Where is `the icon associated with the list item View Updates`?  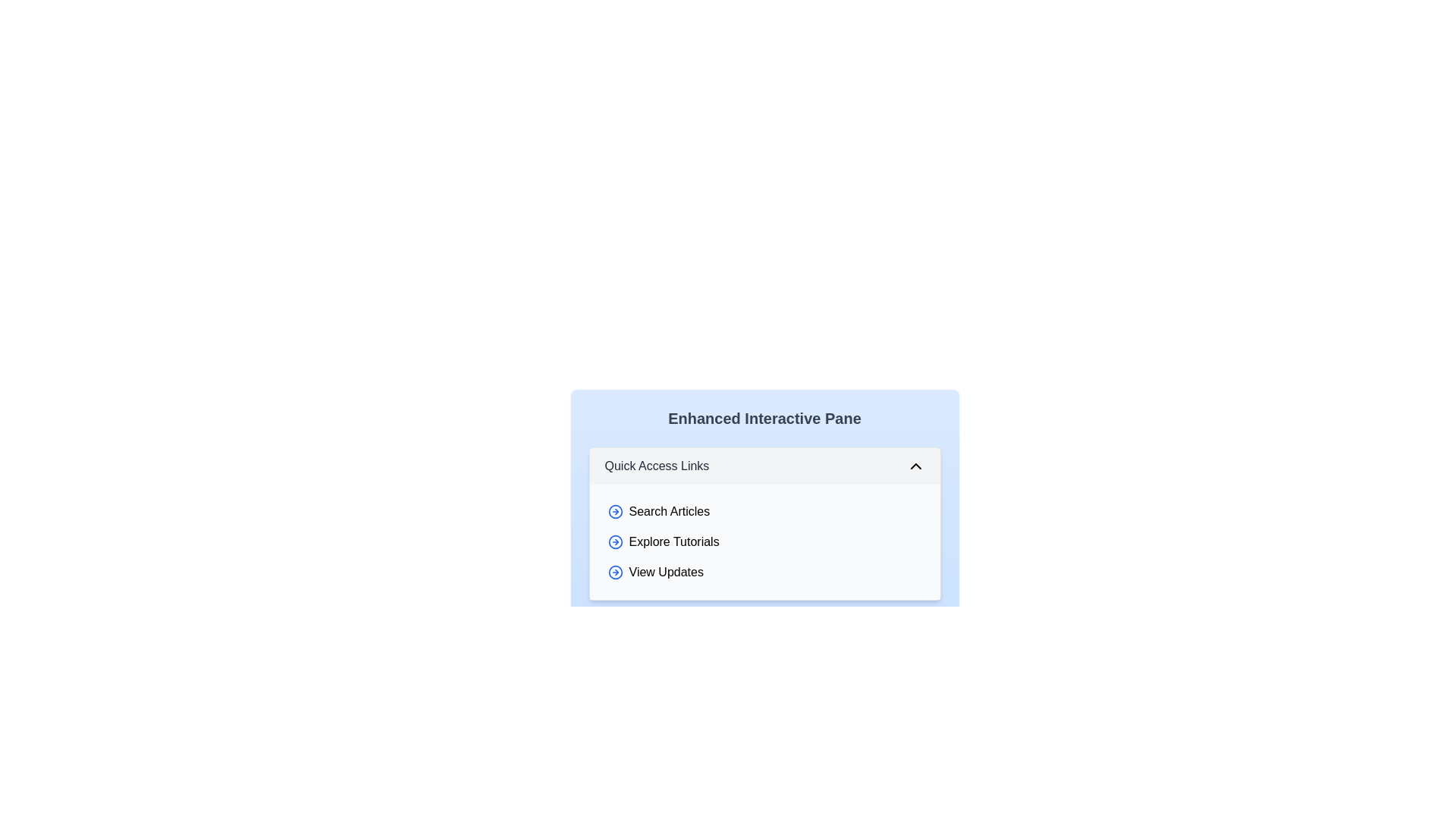
the icon associated with the list item View Updates is located at coordinates (615, 573).